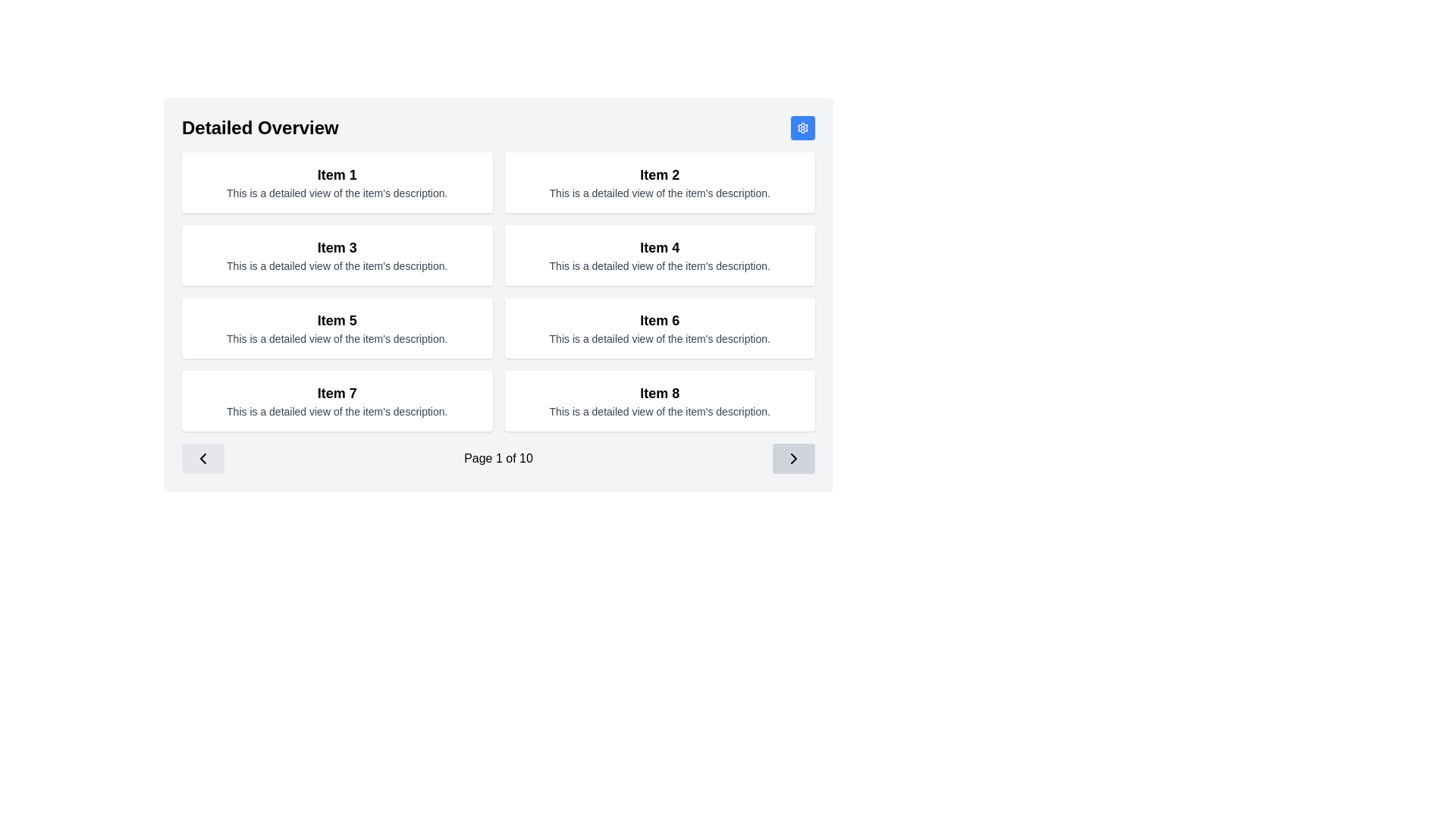 This screenshot has width=1456, height=819. What do you see at coordinates (792, 458) in the screenshot?
I see `the right-pointing chevron SVG icon located at the bottom-right corner of the interface` at bounding box center [792, 458].